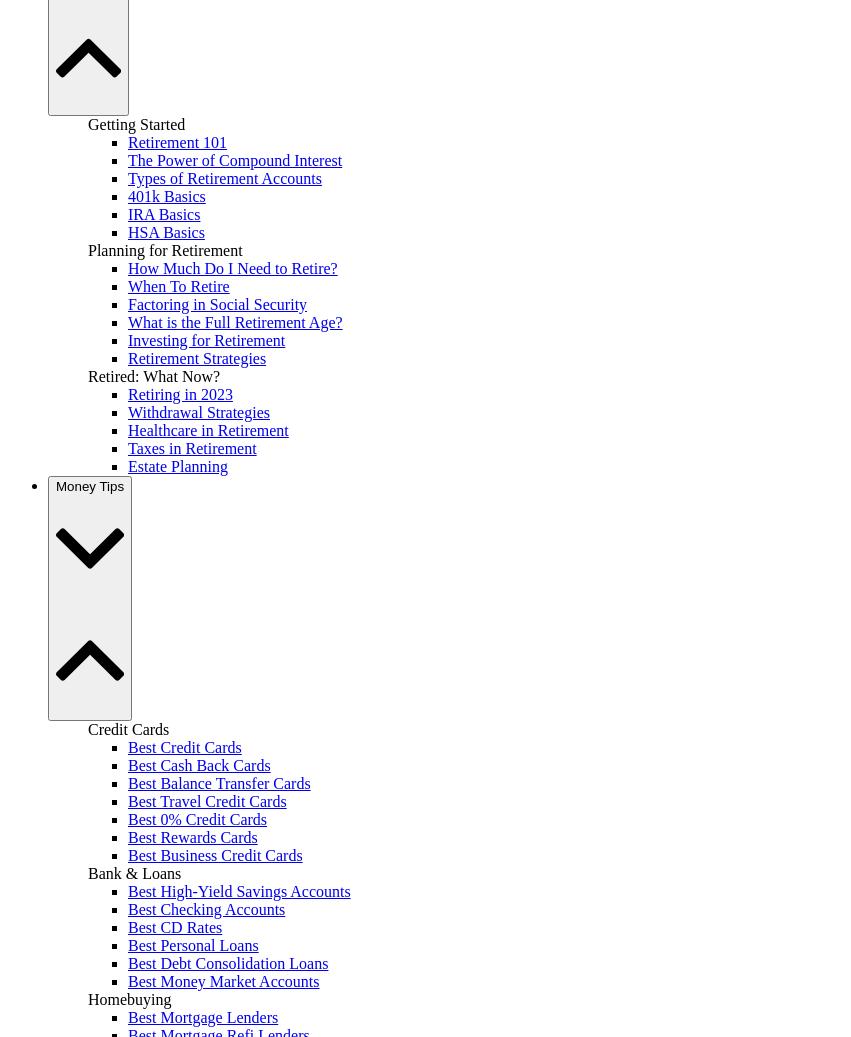  I want to click on 'The Power of Compound Interest', so click(233, 158).